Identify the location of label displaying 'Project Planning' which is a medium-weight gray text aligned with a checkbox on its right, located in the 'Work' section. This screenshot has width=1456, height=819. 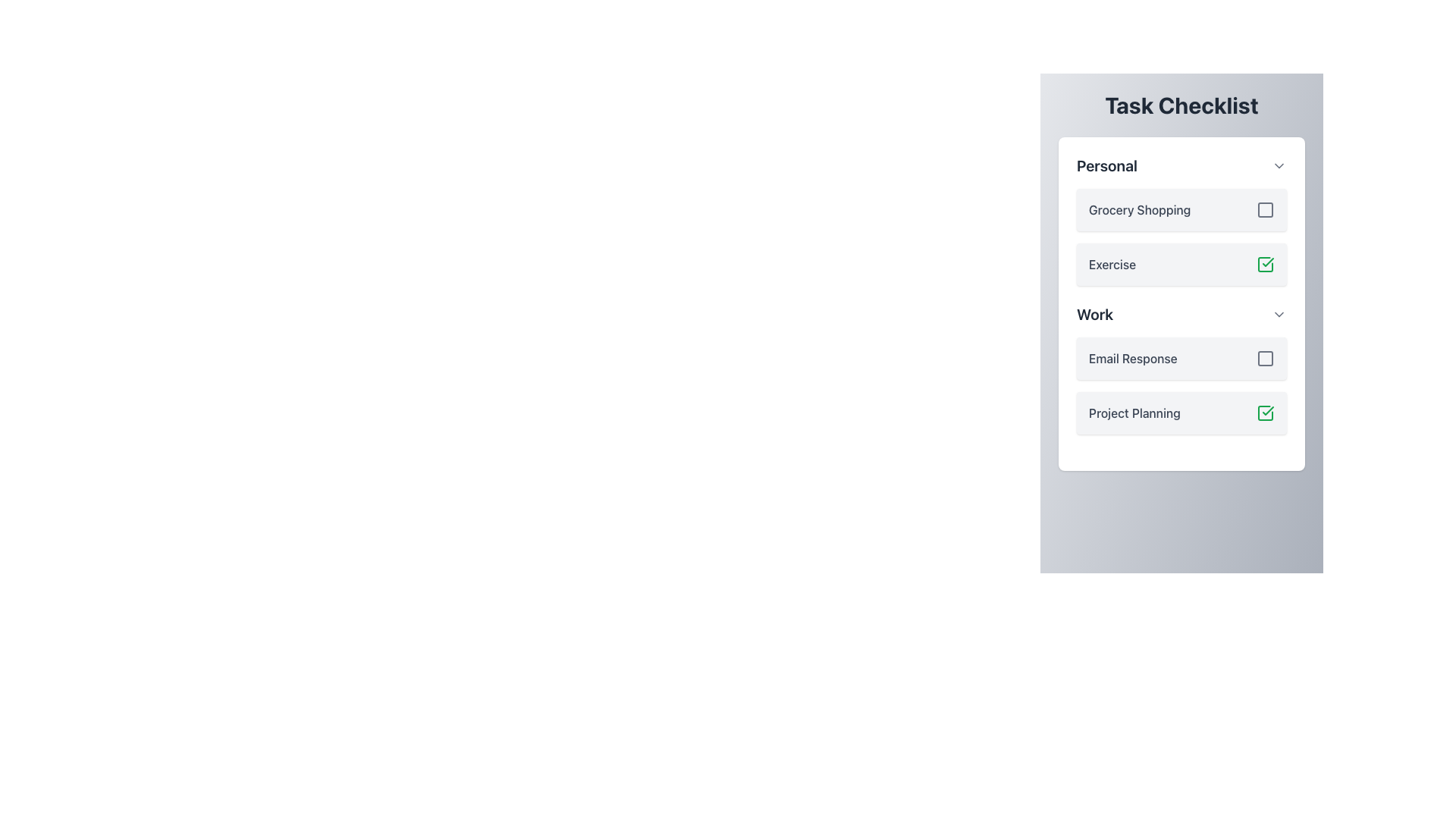
(1134, 413).